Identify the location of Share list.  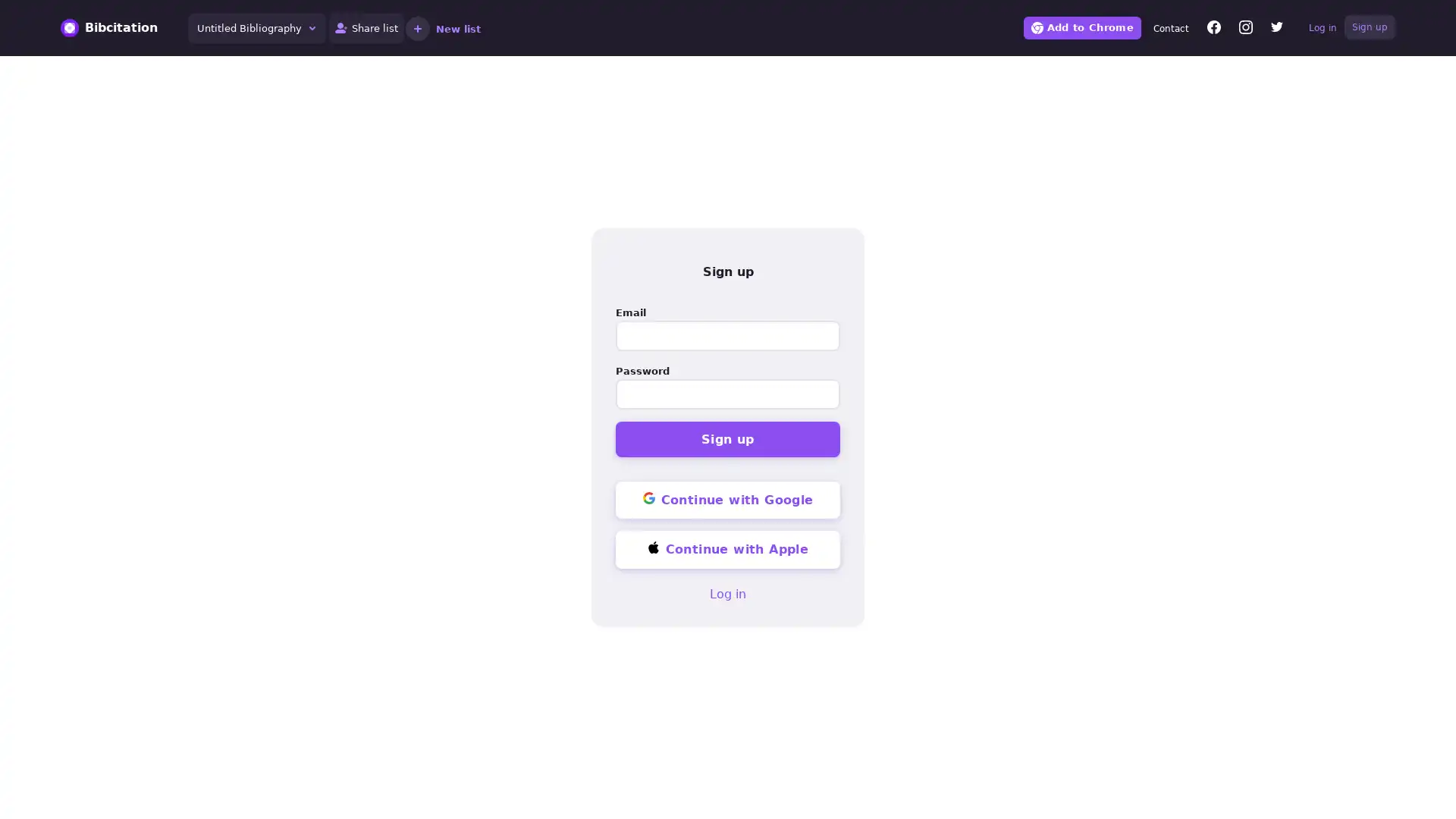
(366, 28).